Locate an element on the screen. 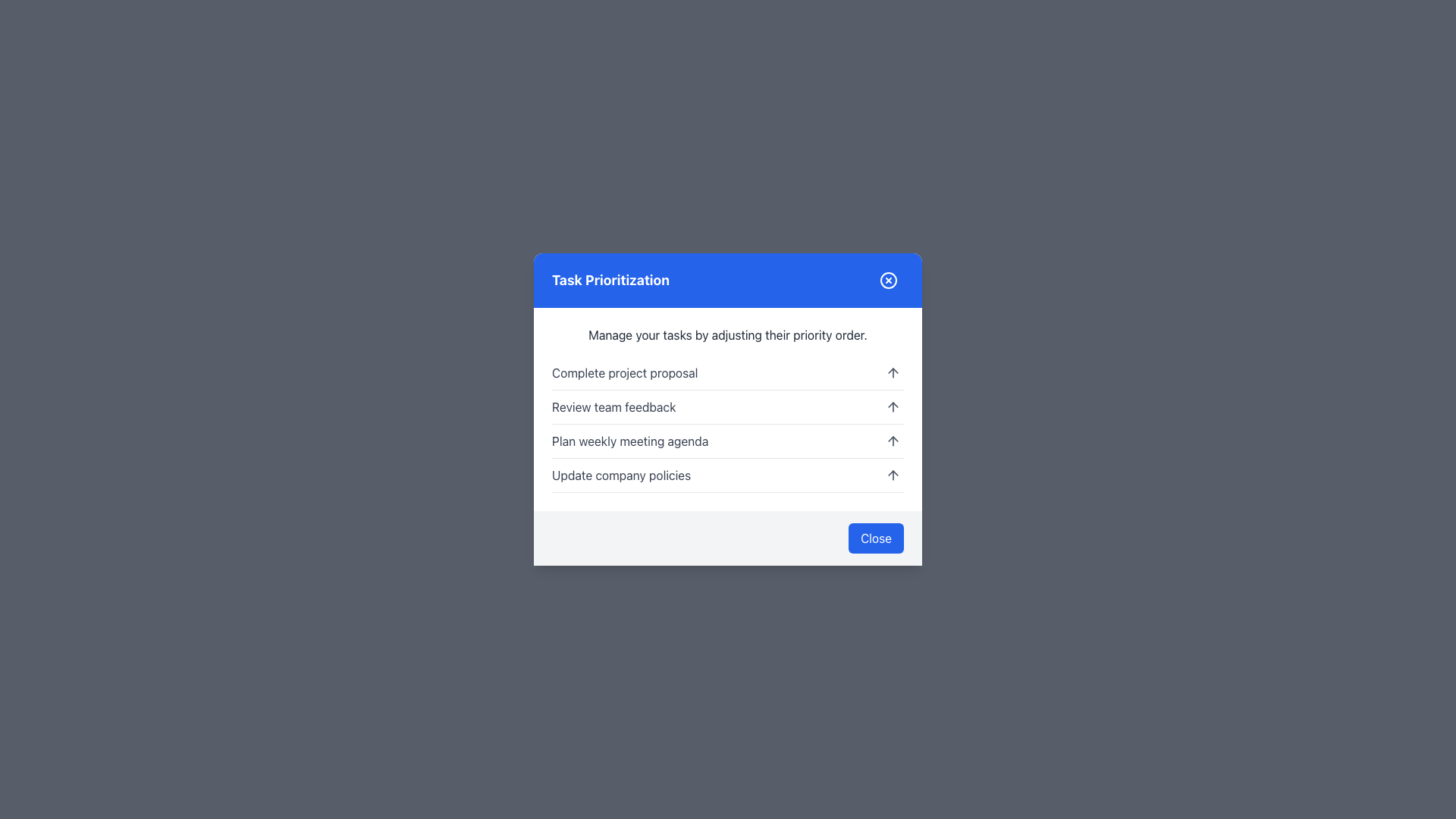  the upward arrow button located to the right of the first list item labeled 'Complete project proposal' in the modal window to move the associated item up in priority is located at coordinates (893, 373).